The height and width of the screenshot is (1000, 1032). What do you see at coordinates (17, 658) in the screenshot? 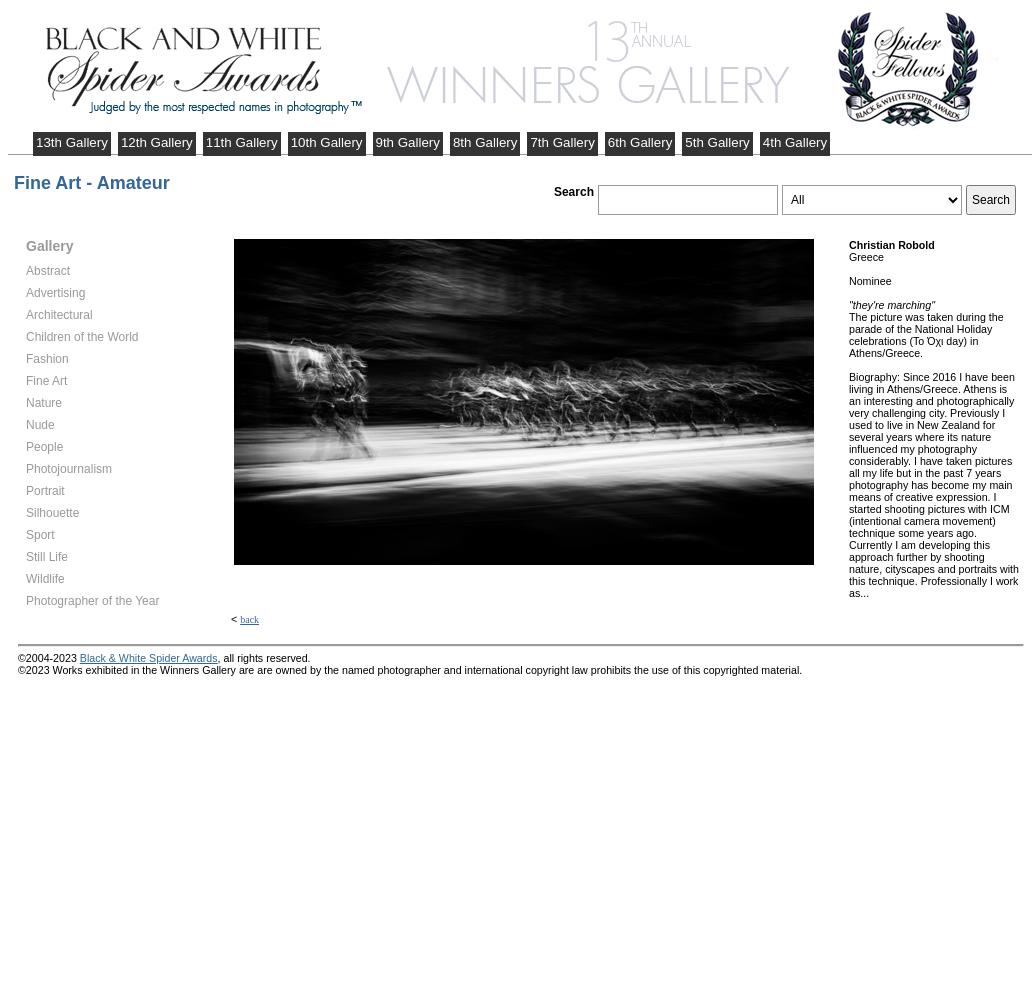
I see `'©2004-2023'` at bounding box center [17, 658].